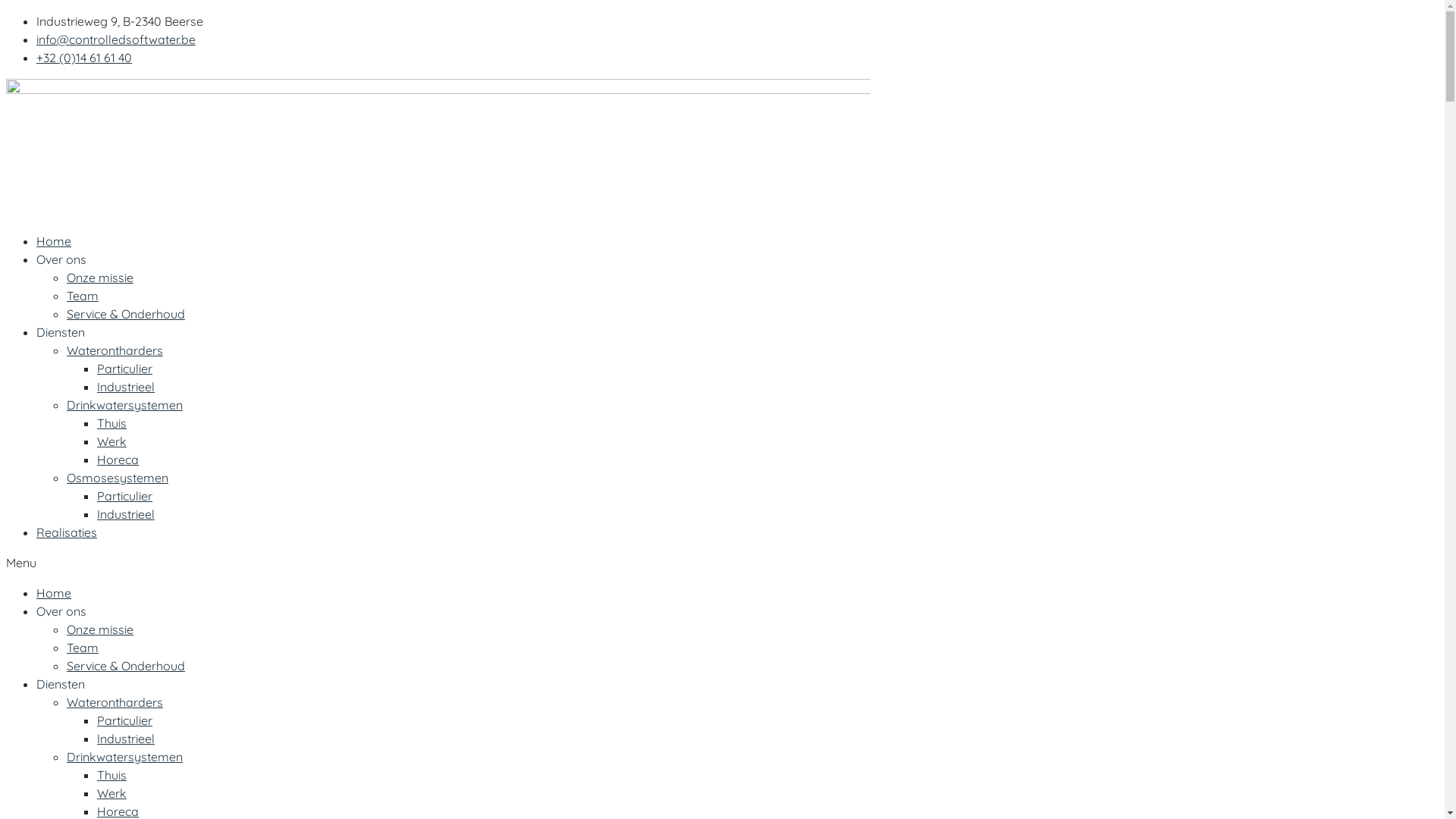 The width and height of the screenshot is (1456, 819). What do you see at coordinates (83, 57) in the screenshot?
I see `'+32 (0)14 61 61 40'` at bounding box center [83, 57].